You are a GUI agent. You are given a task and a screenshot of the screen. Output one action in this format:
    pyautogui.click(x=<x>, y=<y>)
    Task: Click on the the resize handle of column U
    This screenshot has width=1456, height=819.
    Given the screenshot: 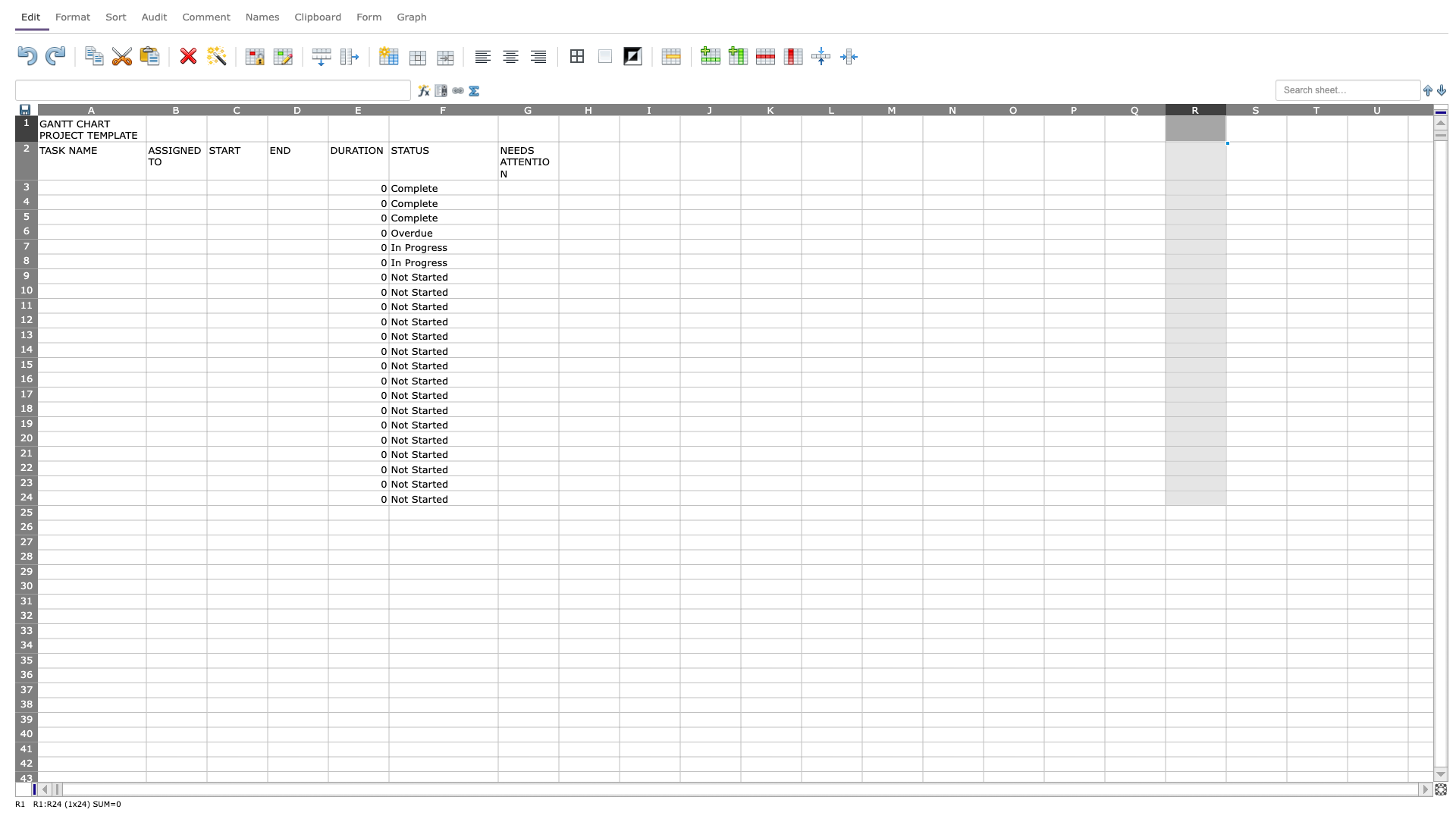 What is the action you would take?
    pyautogui.click(x=1407, y=108)
    